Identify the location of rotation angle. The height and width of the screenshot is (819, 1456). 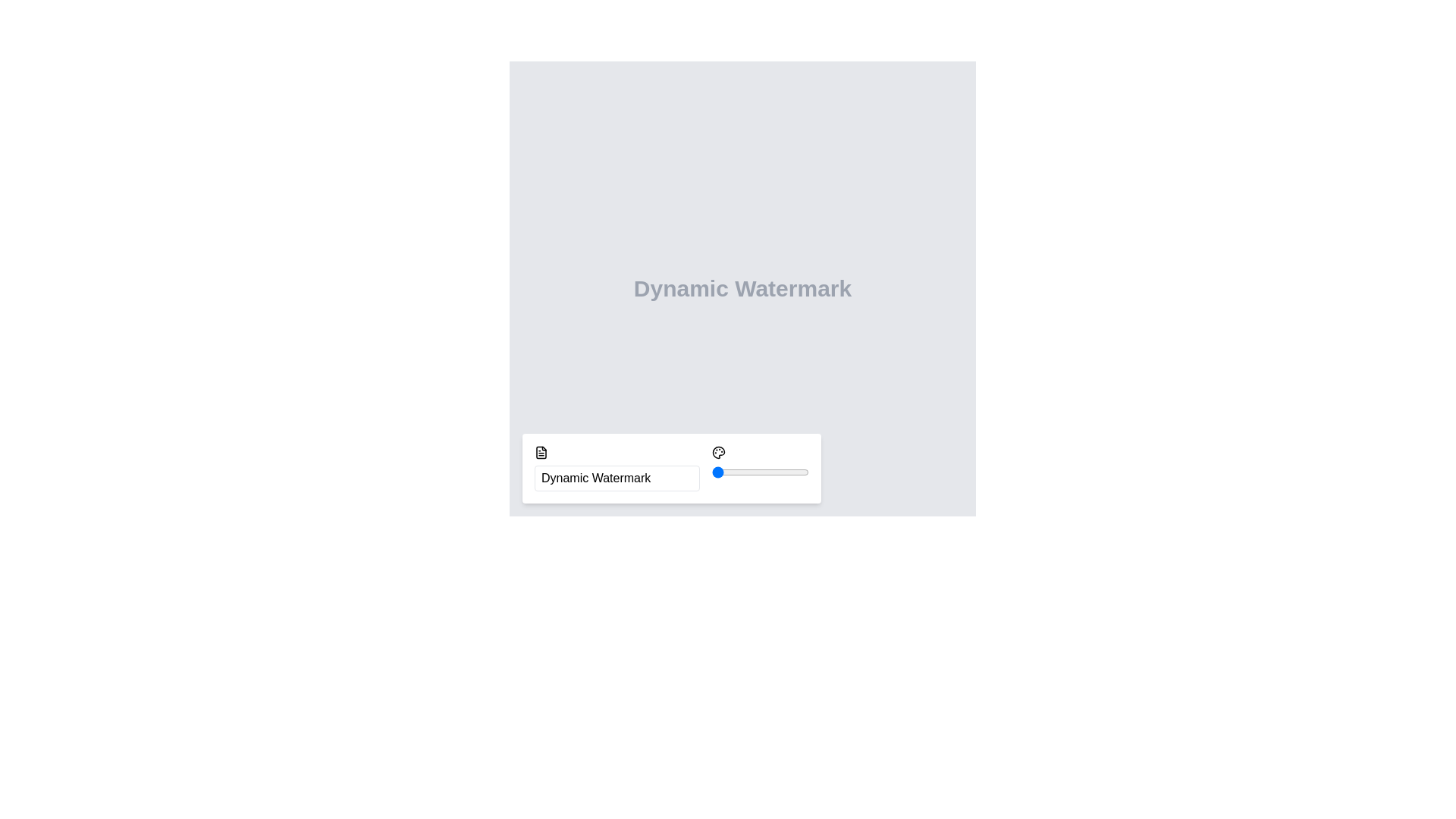
(726, 472).